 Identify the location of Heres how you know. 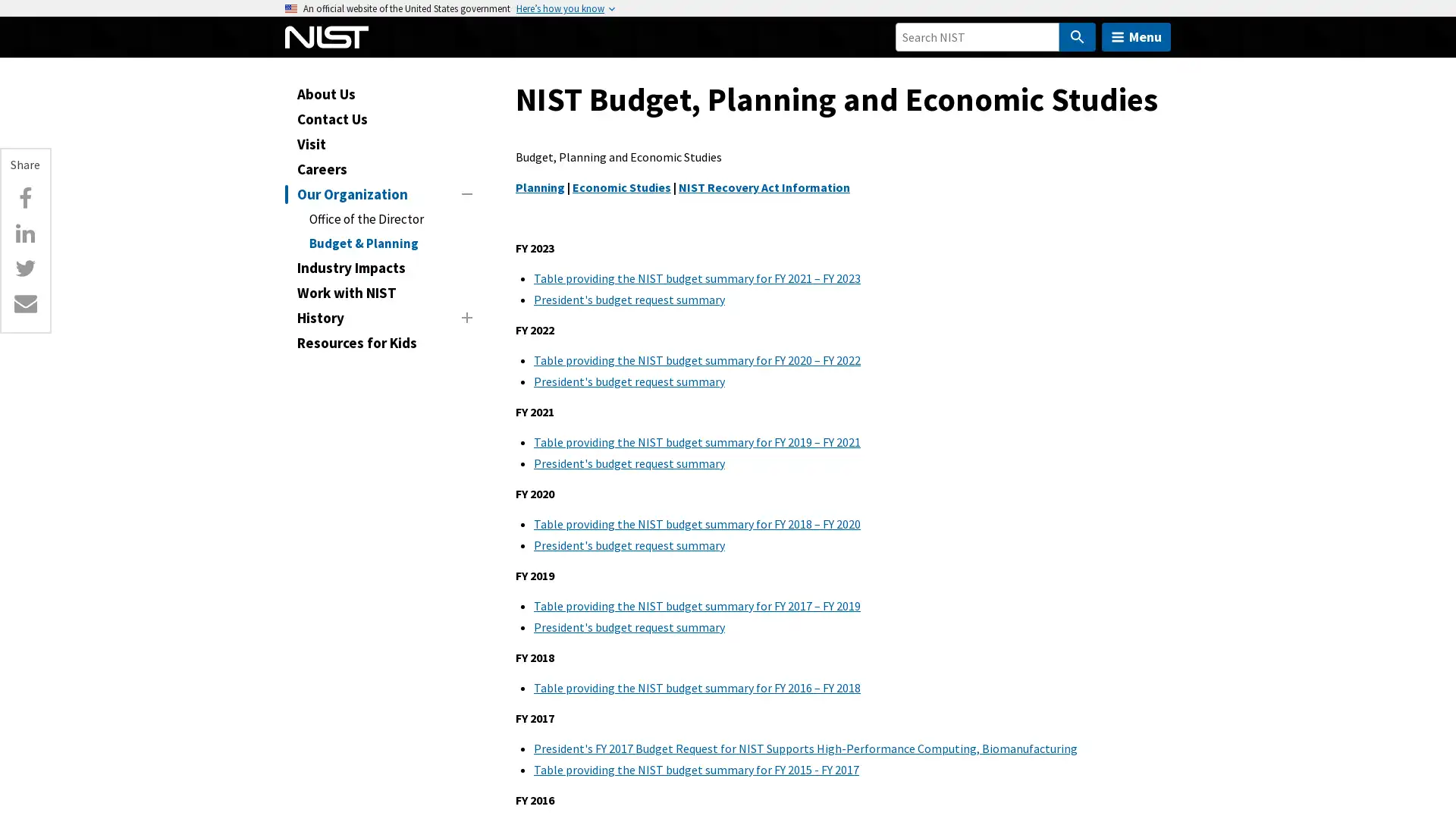
(560, 8).